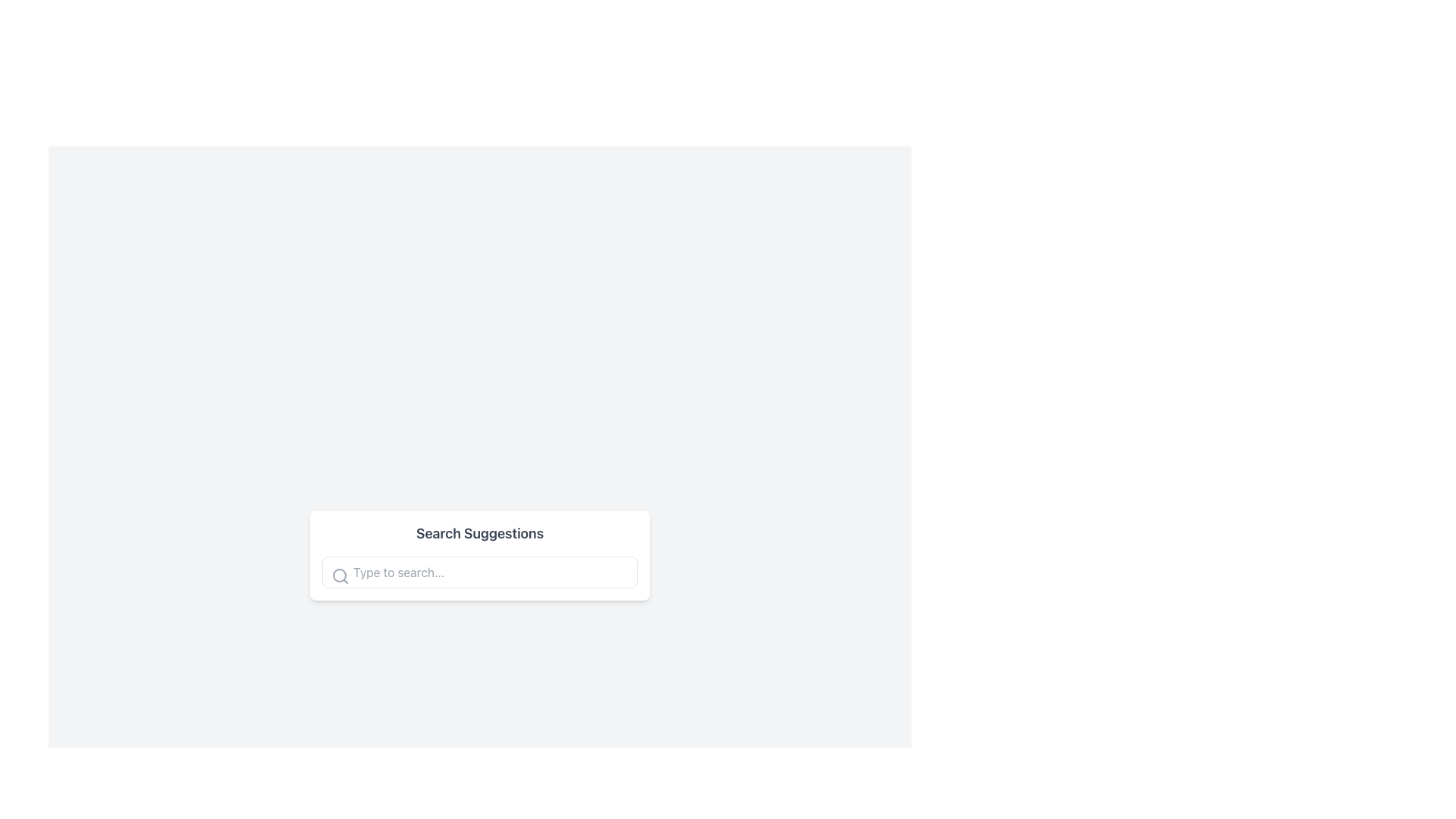  Describe the element at coordinates (338, 576) in the screenshot. I see `the small circular shape inside the magnifying glass icon, which is centered near the handle of the icon in the search bar interface` at that location.